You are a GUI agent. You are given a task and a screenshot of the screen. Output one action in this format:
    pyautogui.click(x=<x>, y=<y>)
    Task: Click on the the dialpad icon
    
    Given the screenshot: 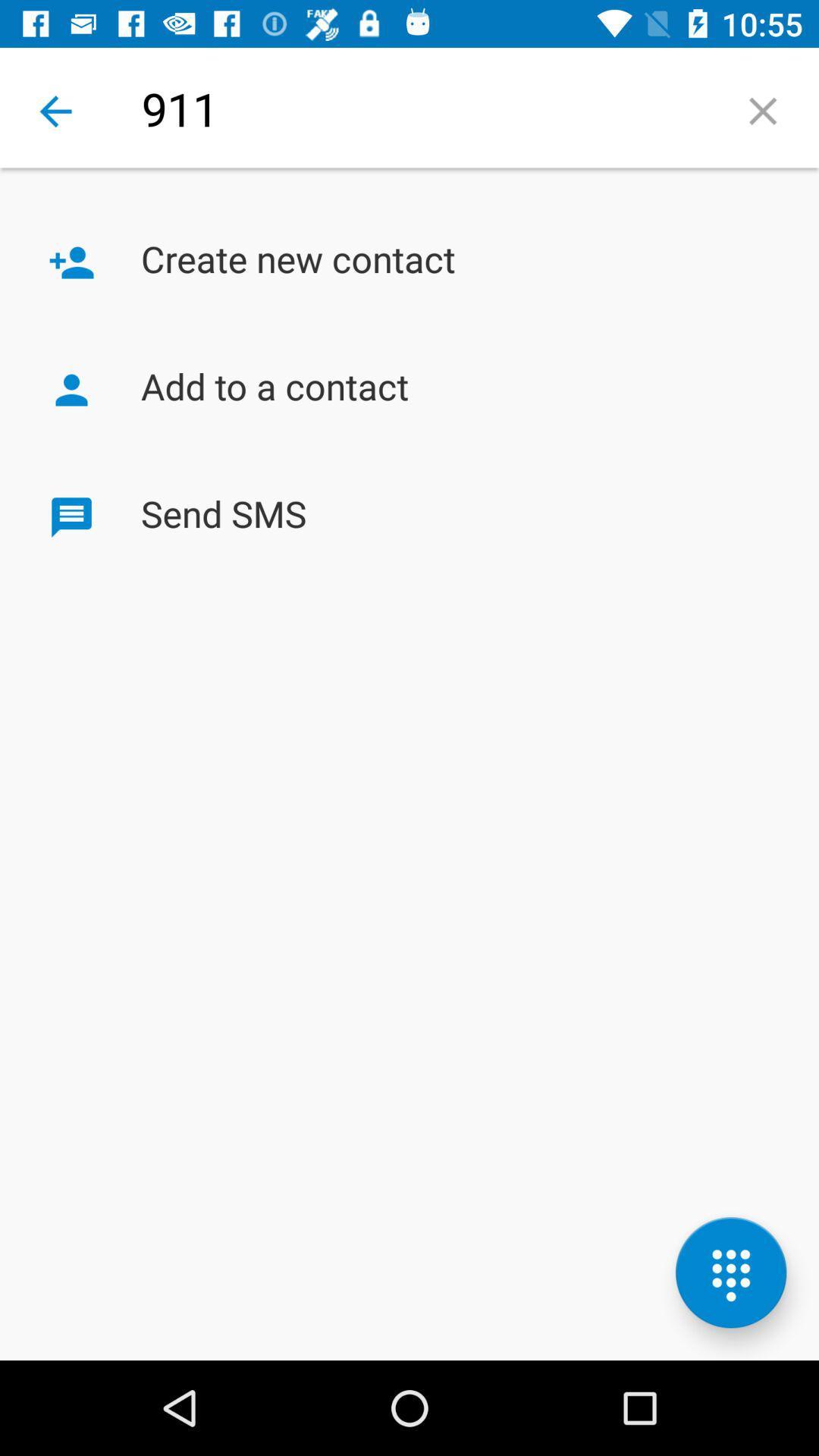 What is the action you would take?
    pyautogui.click(x=730, y=1272)
    